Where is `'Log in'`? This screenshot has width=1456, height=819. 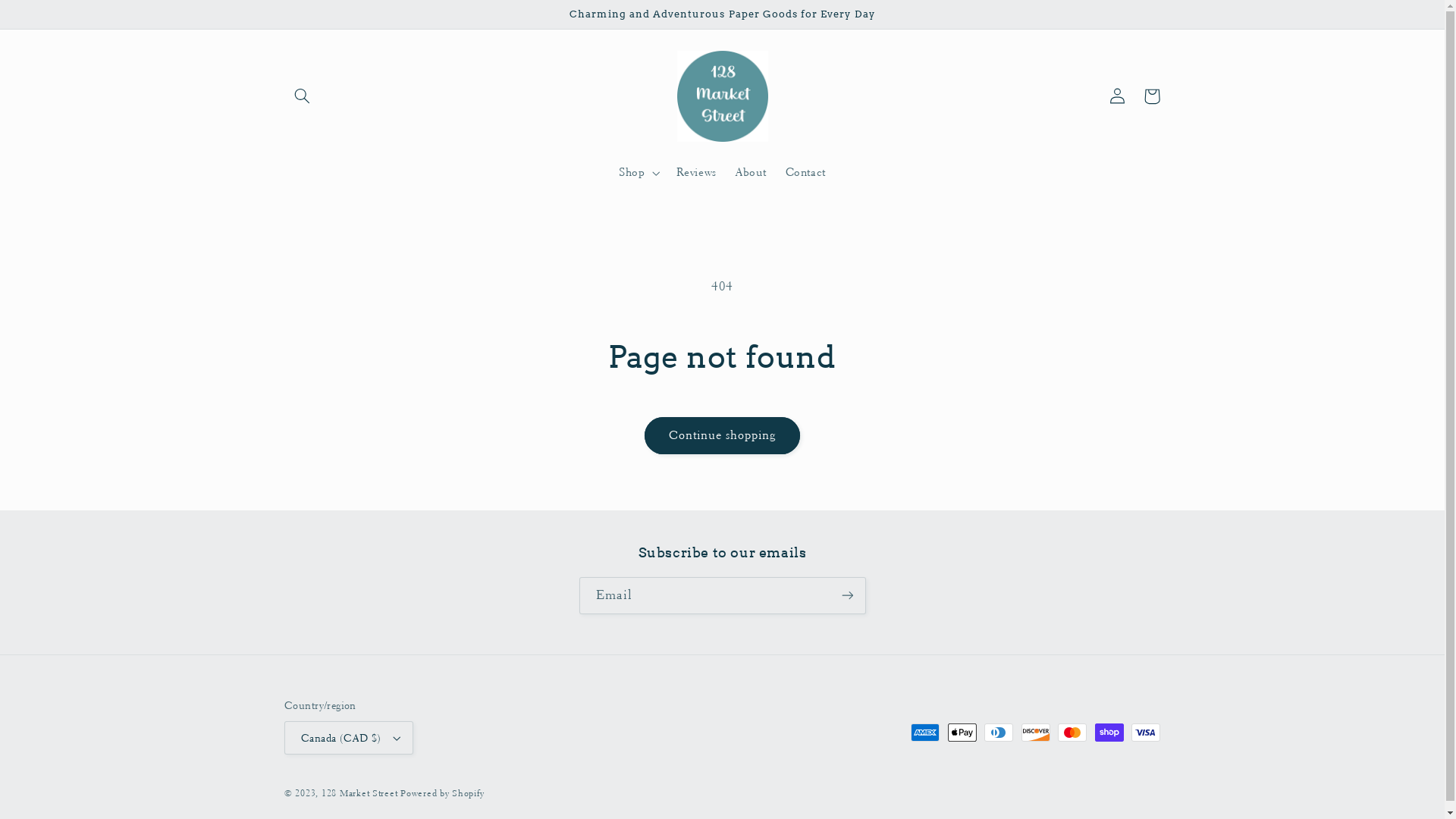 'Log in' is located at coordinates (1117, 96).